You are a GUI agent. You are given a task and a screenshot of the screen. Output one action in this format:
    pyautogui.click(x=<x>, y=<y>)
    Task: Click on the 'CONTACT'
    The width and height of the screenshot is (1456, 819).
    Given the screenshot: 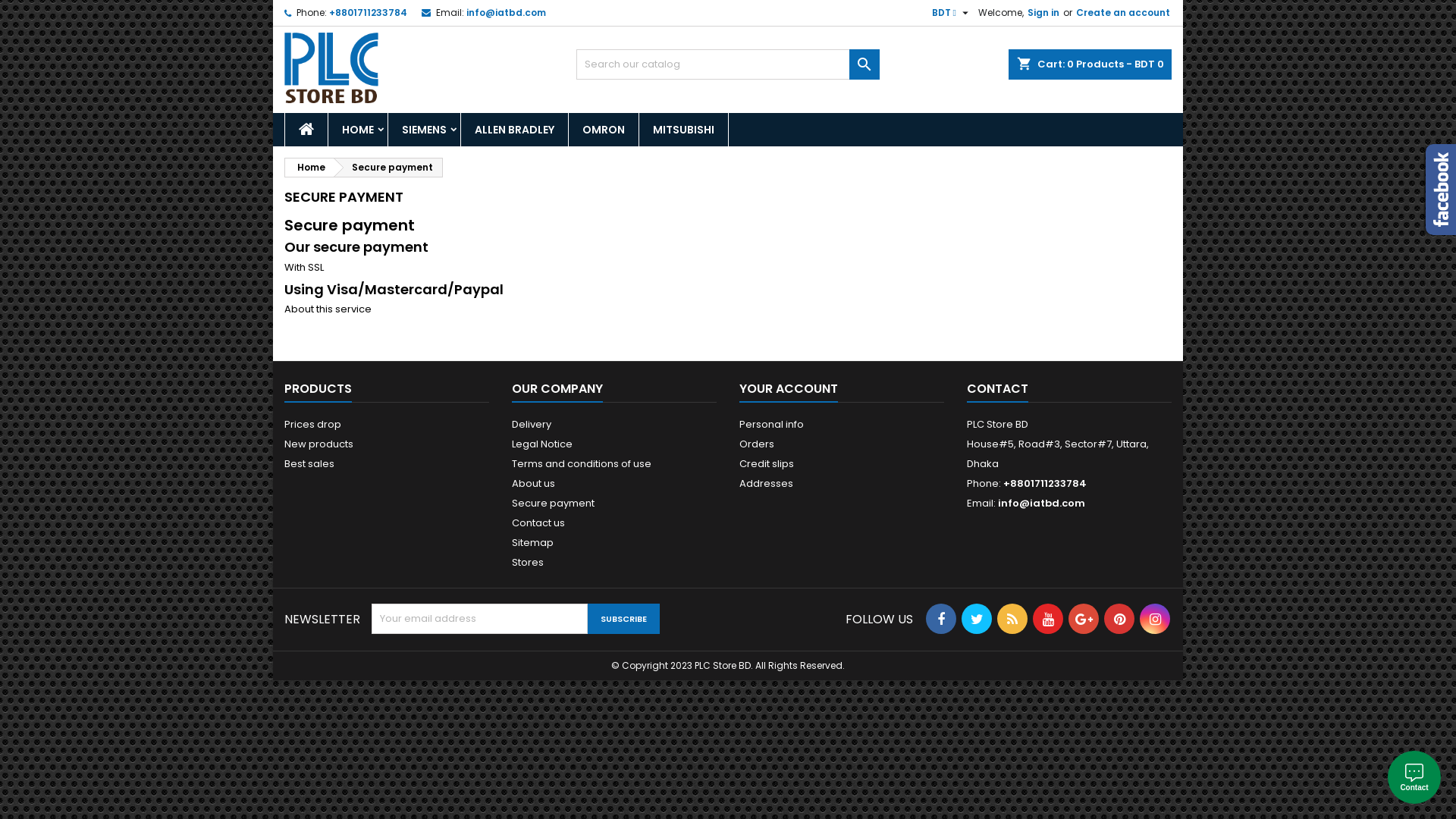 What is the action you would take?
    pyautogui.click(x=997, y=388)
    